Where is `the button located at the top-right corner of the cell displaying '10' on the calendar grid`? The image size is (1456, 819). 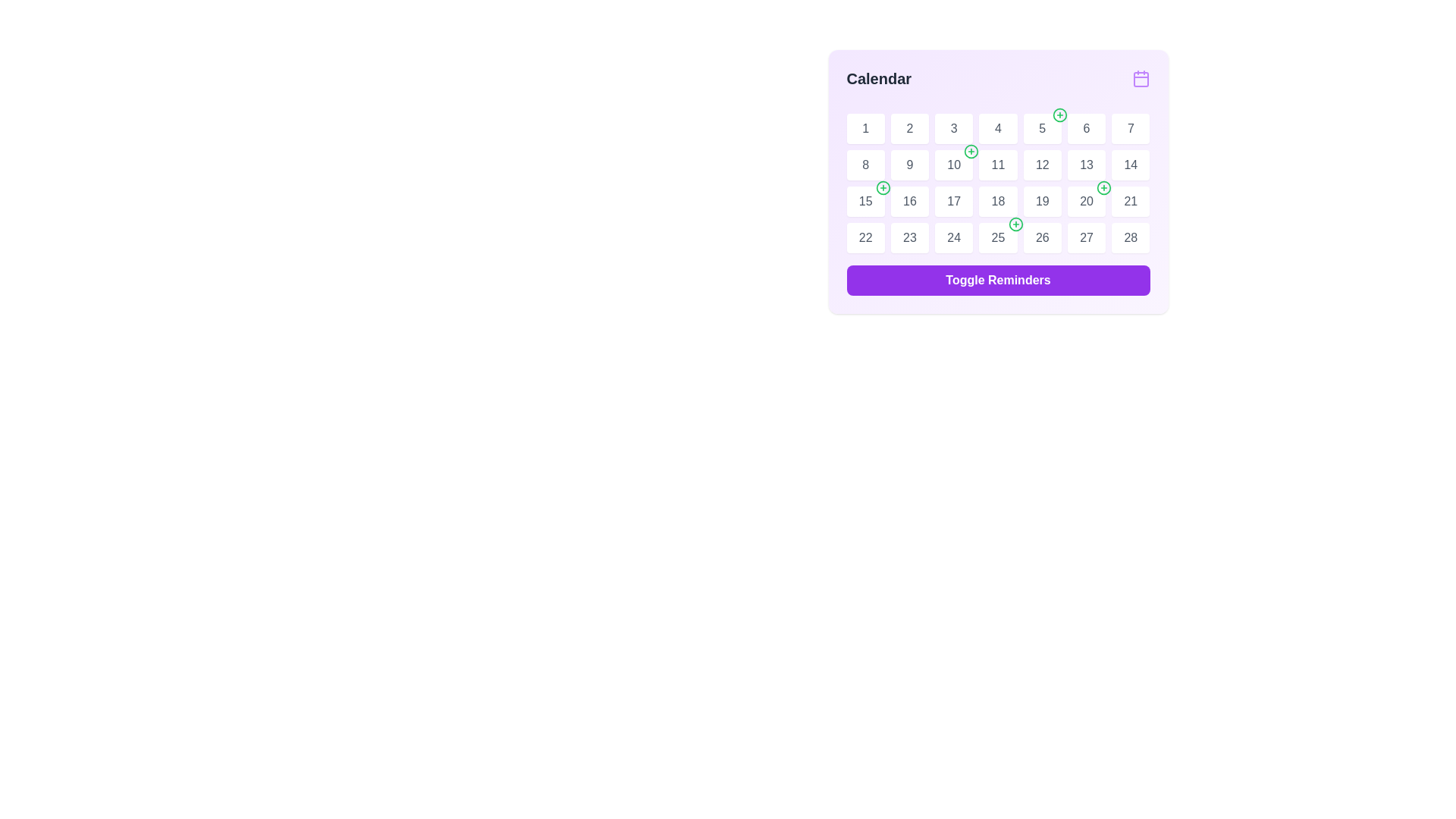 the button located at the top-right corner of the cell displaying '10' on the calendar grid is located at coordinates (971, 152).